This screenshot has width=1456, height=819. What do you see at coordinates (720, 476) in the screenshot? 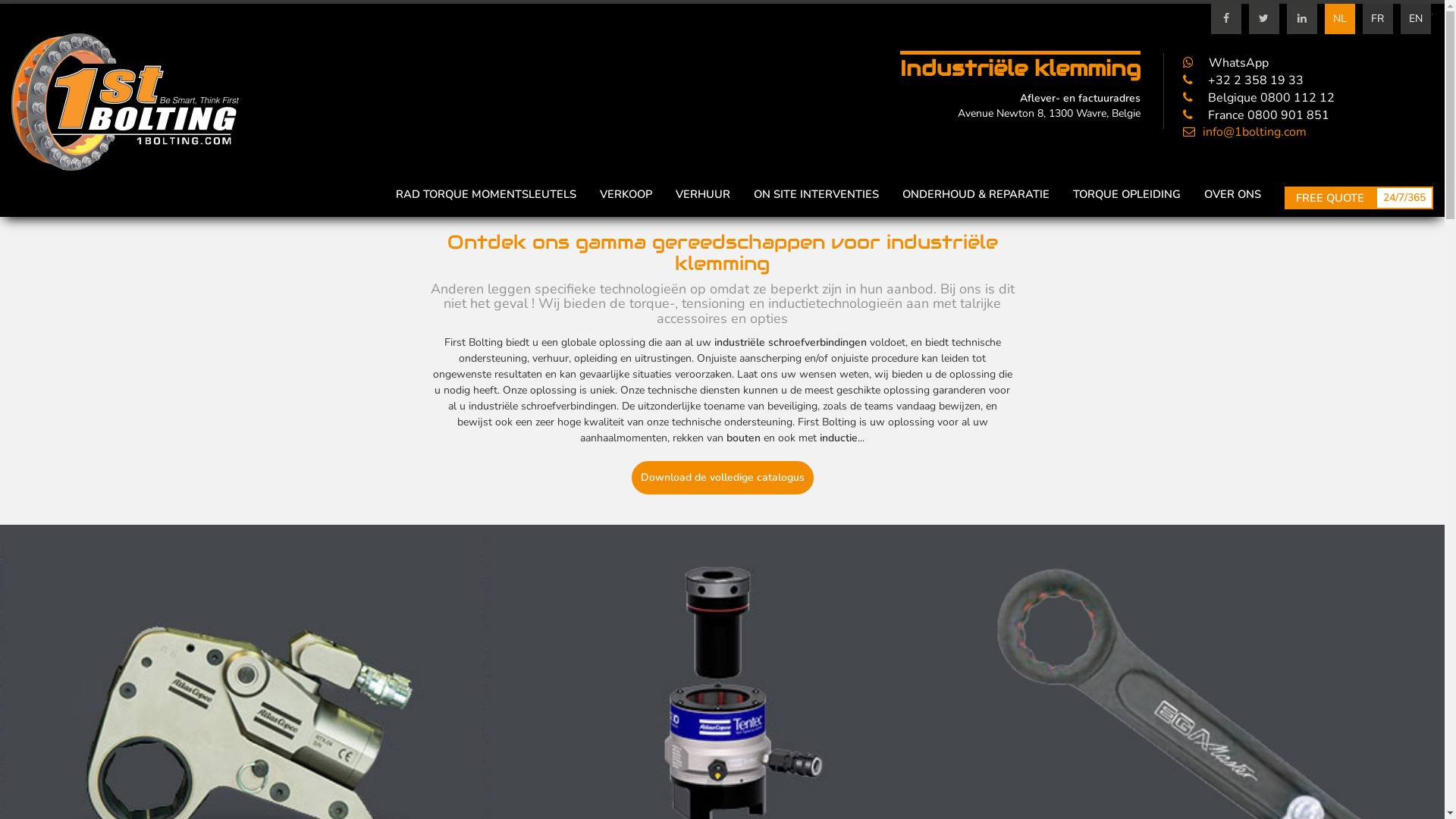
I see `'Download de volledige catalogus'` at bounding box center [720, 476].